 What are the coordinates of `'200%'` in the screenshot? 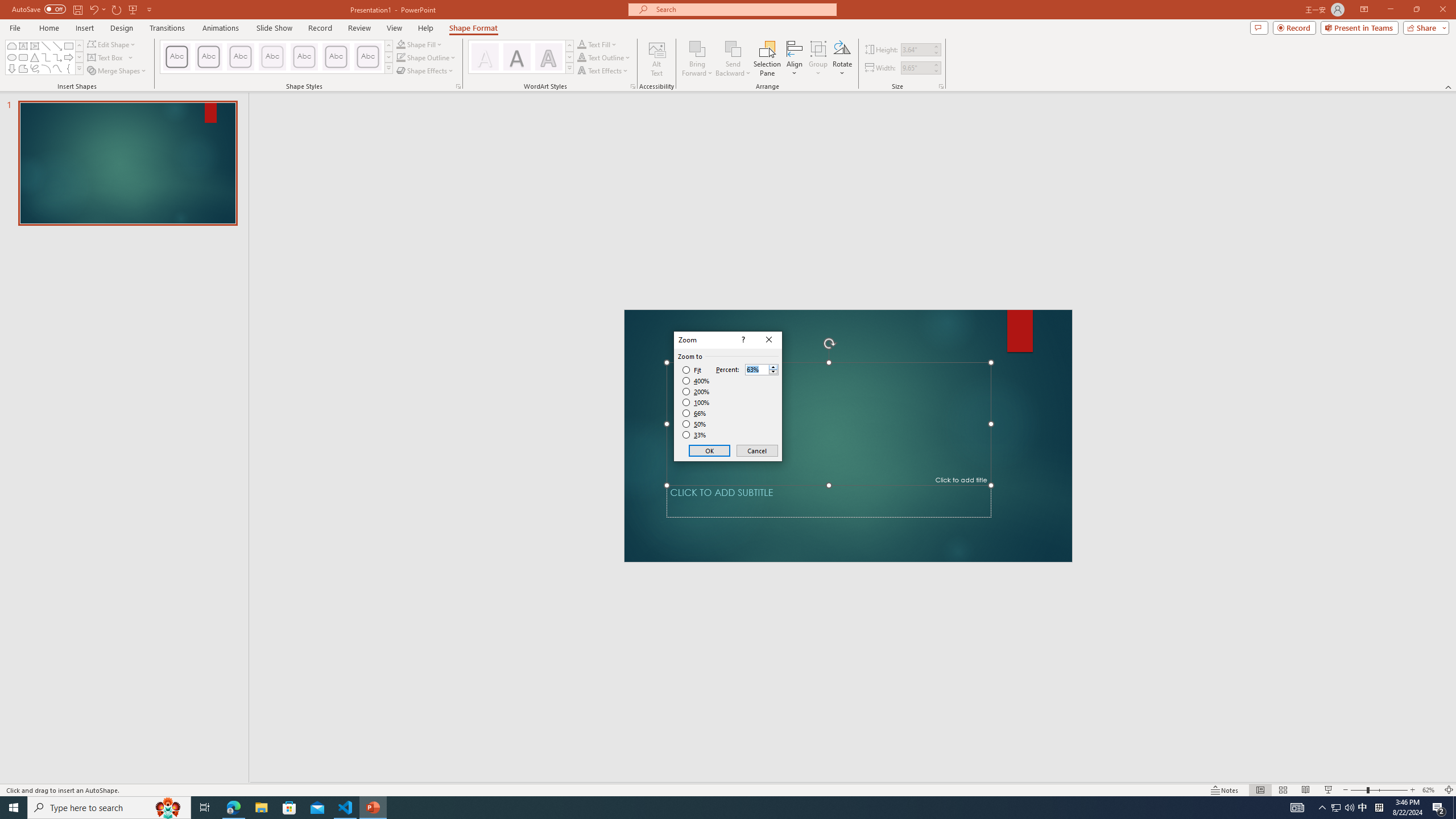 It's located at (696, 392).